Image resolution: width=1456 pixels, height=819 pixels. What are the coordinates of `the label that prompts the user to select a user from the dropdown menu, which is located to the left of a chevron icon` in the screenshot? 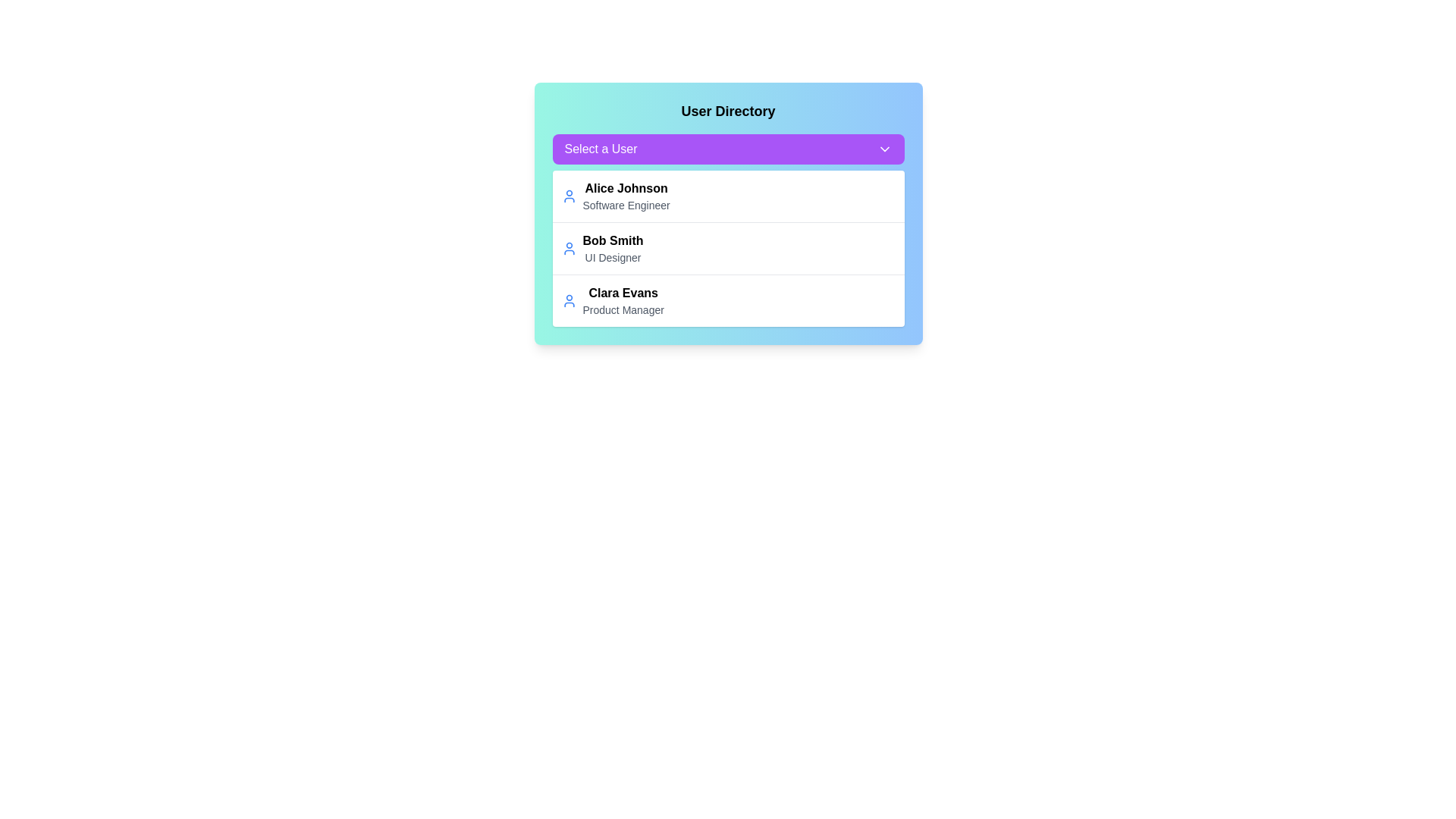 It's located at (600, 149).